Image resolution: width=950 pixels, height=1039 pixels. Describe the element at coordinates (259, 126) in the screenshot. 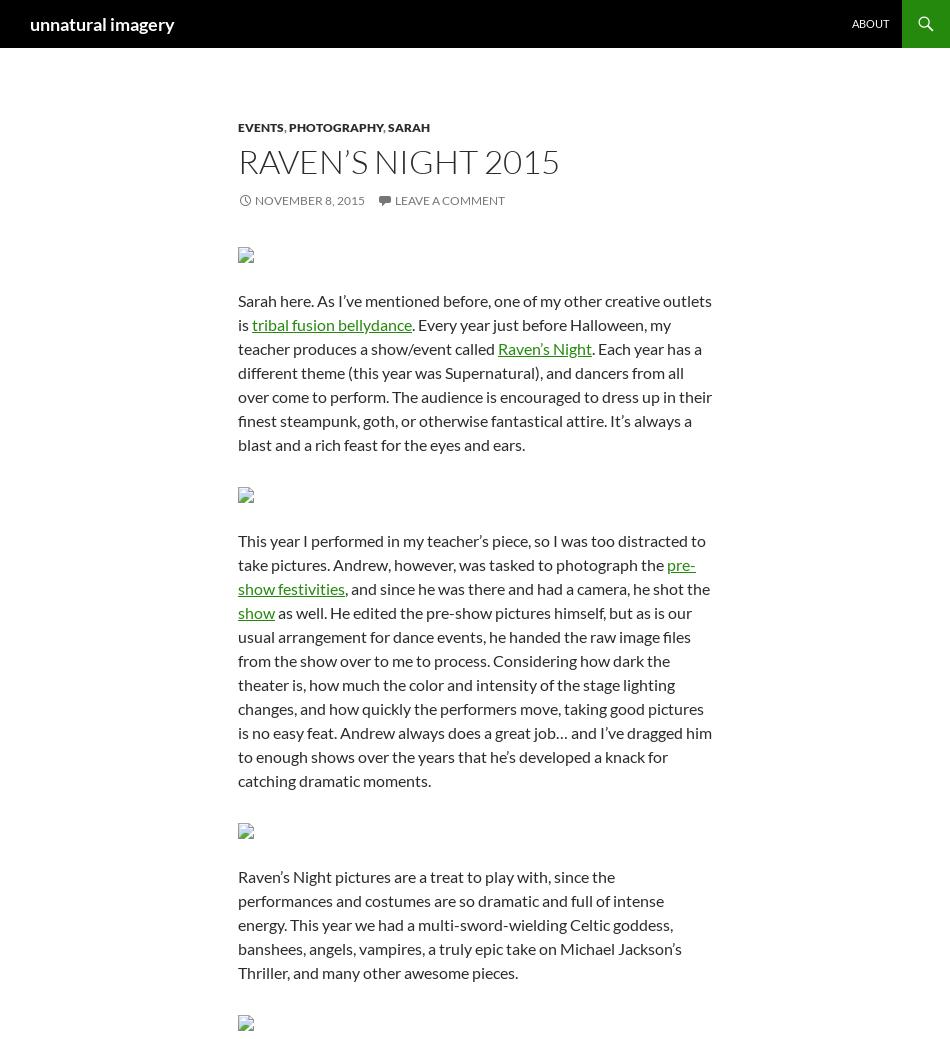

I see `'events'` at that location.